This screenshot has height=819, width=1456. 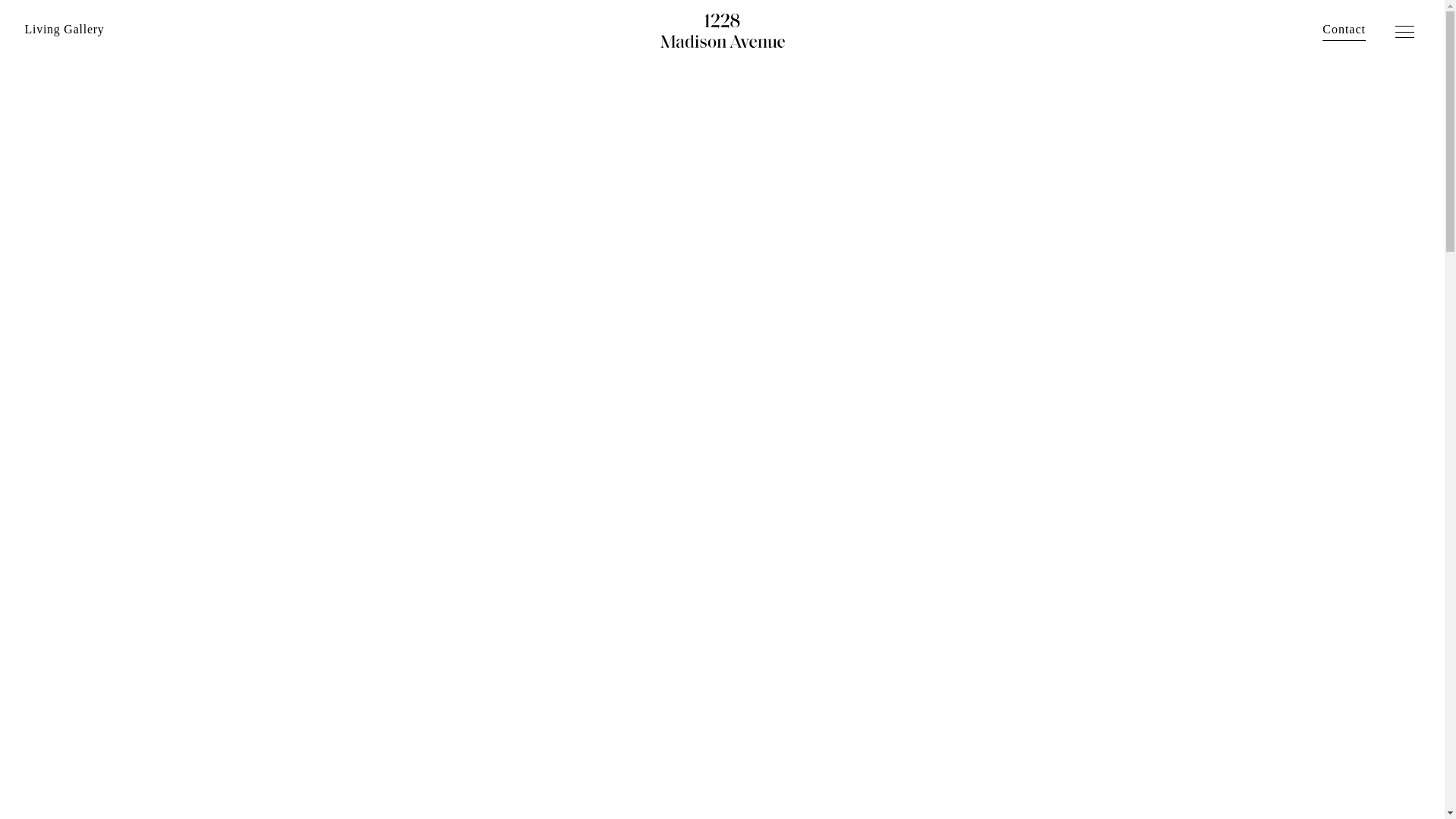 What do you see at coordinates (1344, 29) in the screenshot?
I see `'Contact'` at bounding box center [1344, 29].